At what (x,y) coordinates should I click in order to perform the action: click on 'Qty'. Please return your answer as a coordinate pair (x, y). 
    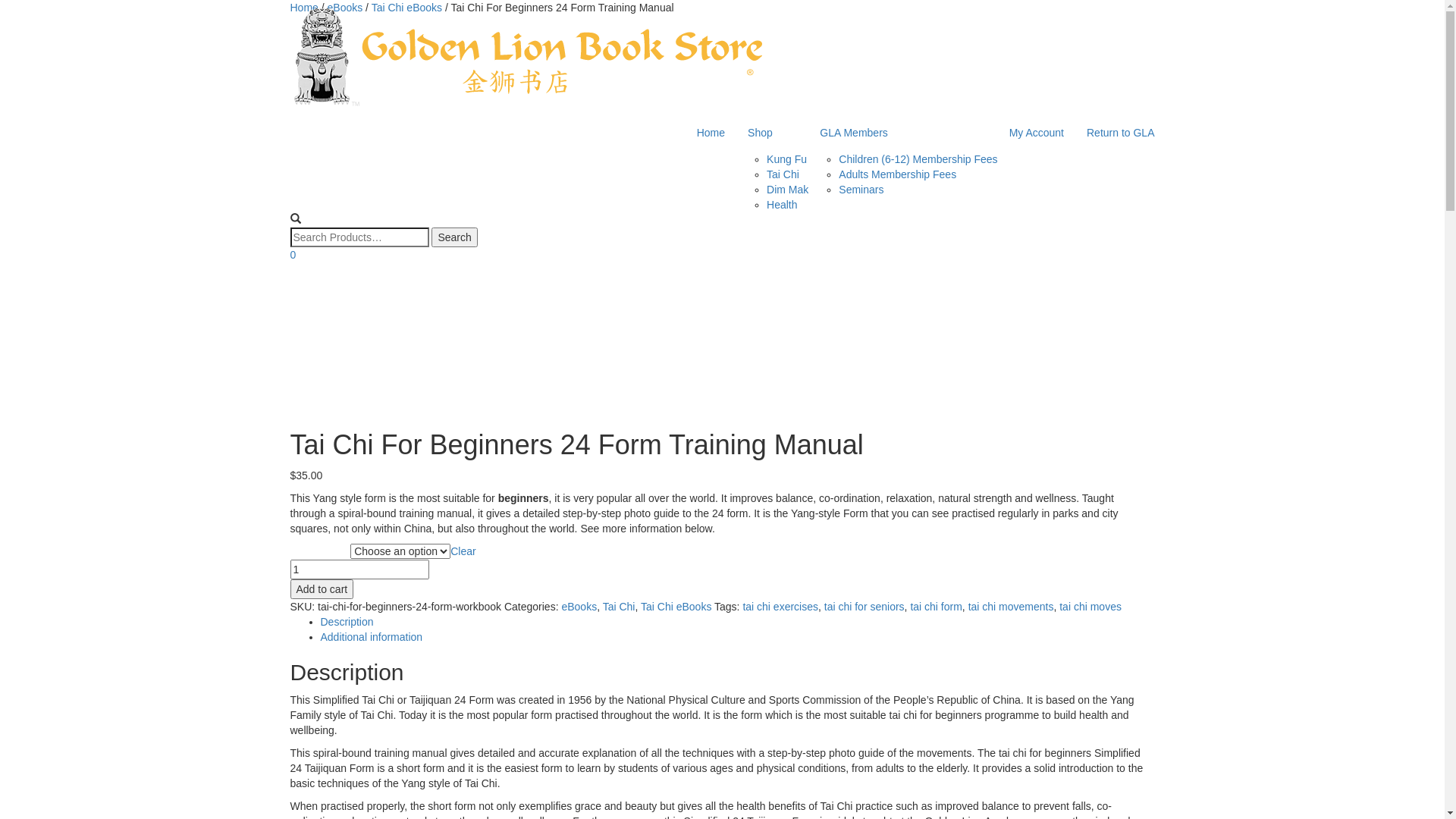
    Looking at the image, I should click on (358, 570).